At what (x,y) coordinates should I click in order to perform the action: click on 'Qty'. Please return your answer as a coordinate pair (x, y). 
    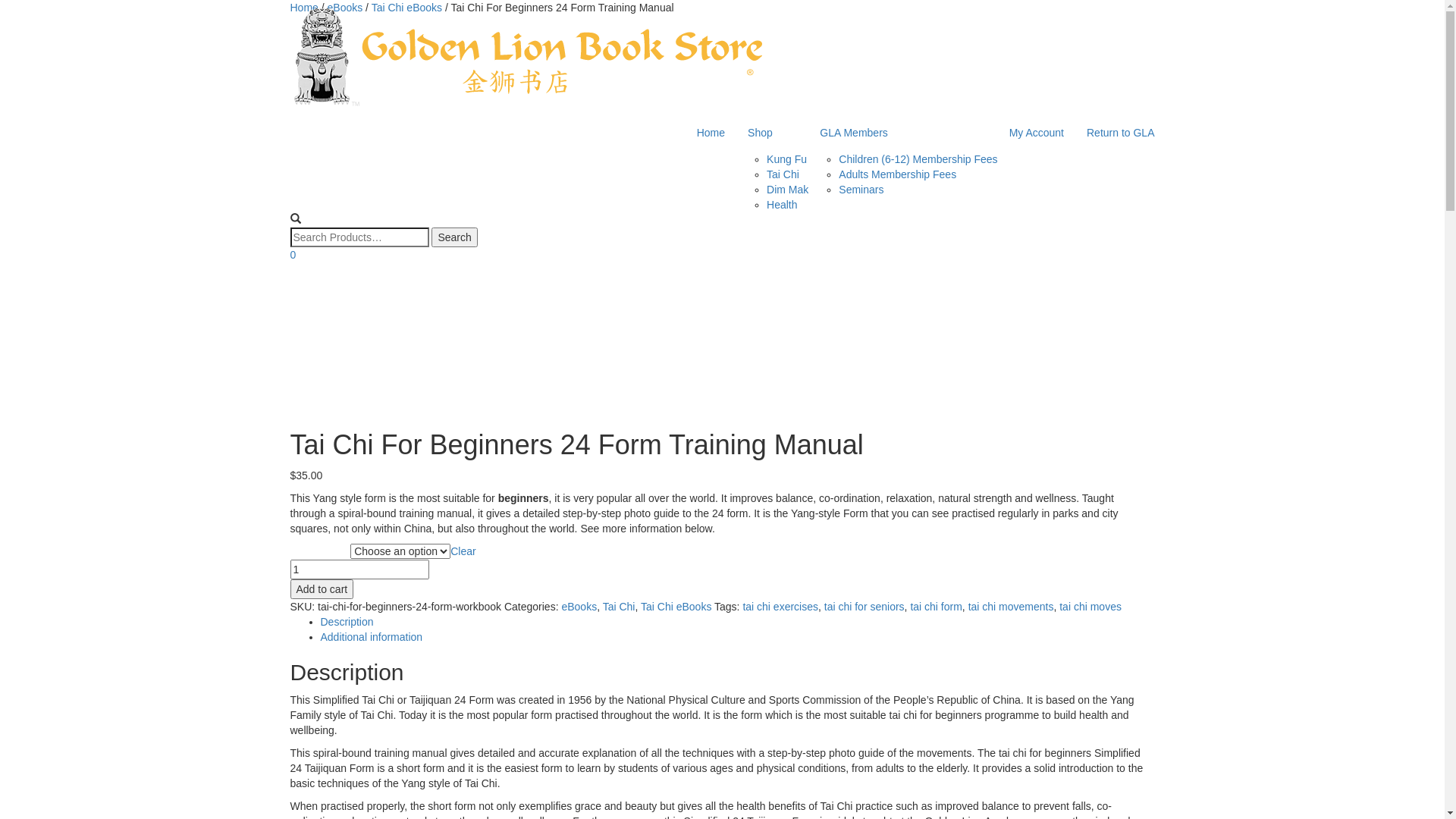
    Looking at the image, I should click on (358, 570).